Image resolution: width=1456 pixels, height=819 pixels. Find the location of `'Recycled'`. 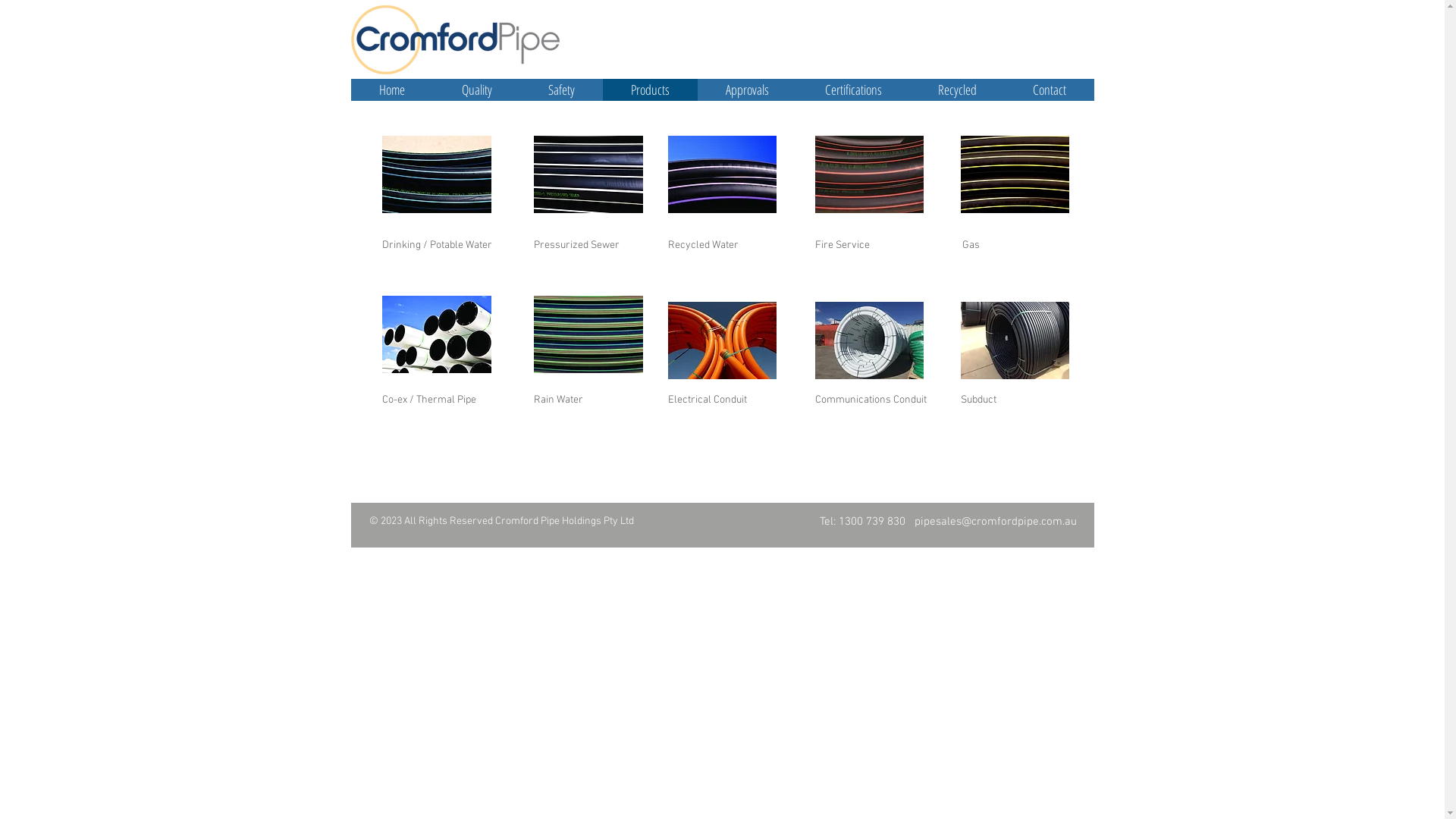

'Recycled' is located at coordinates (956, 89).